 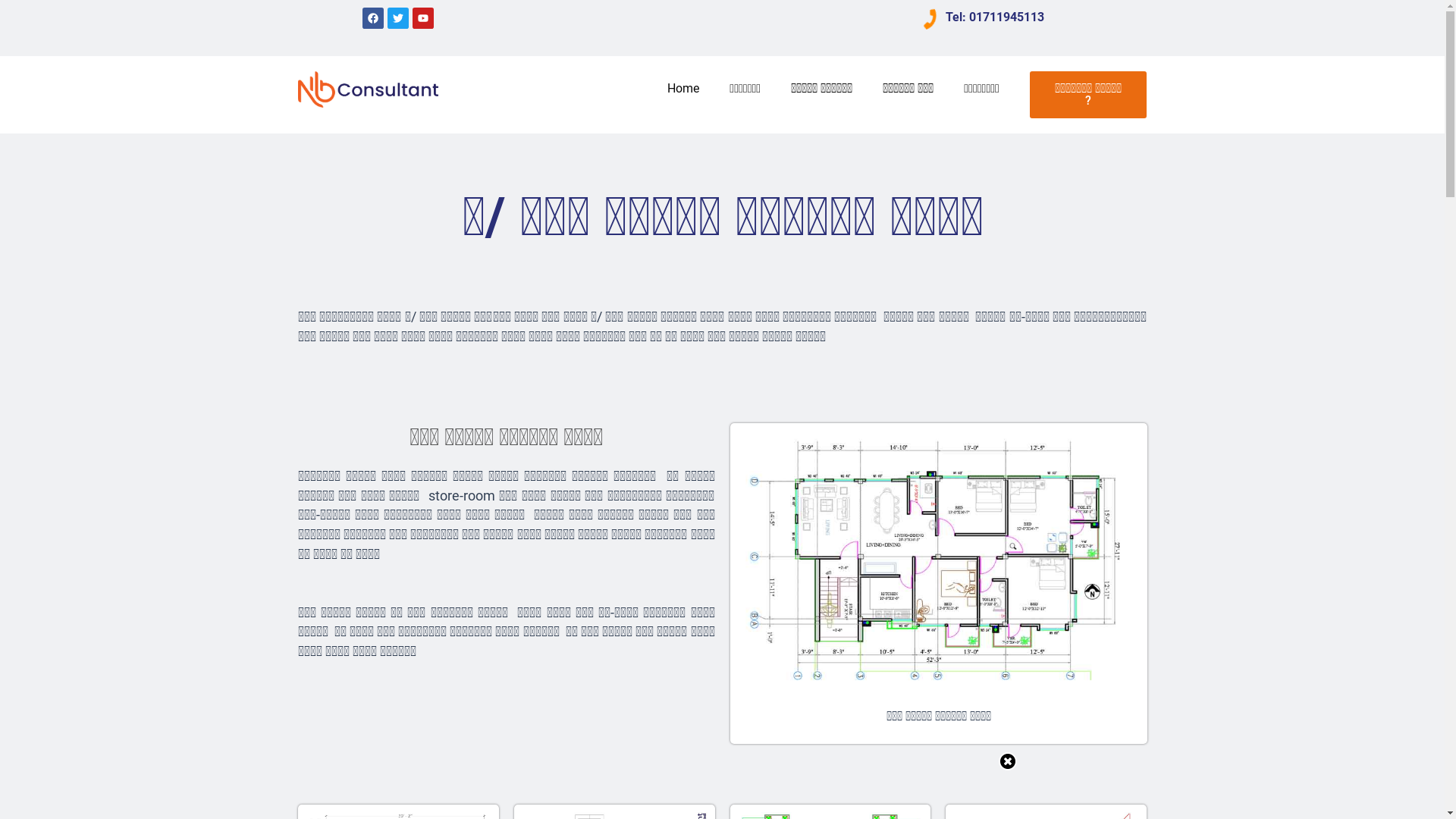 What do you see at coordinates (682, 88) in the screenshot?
I see `'Home'` at bounding box center [682, 88].